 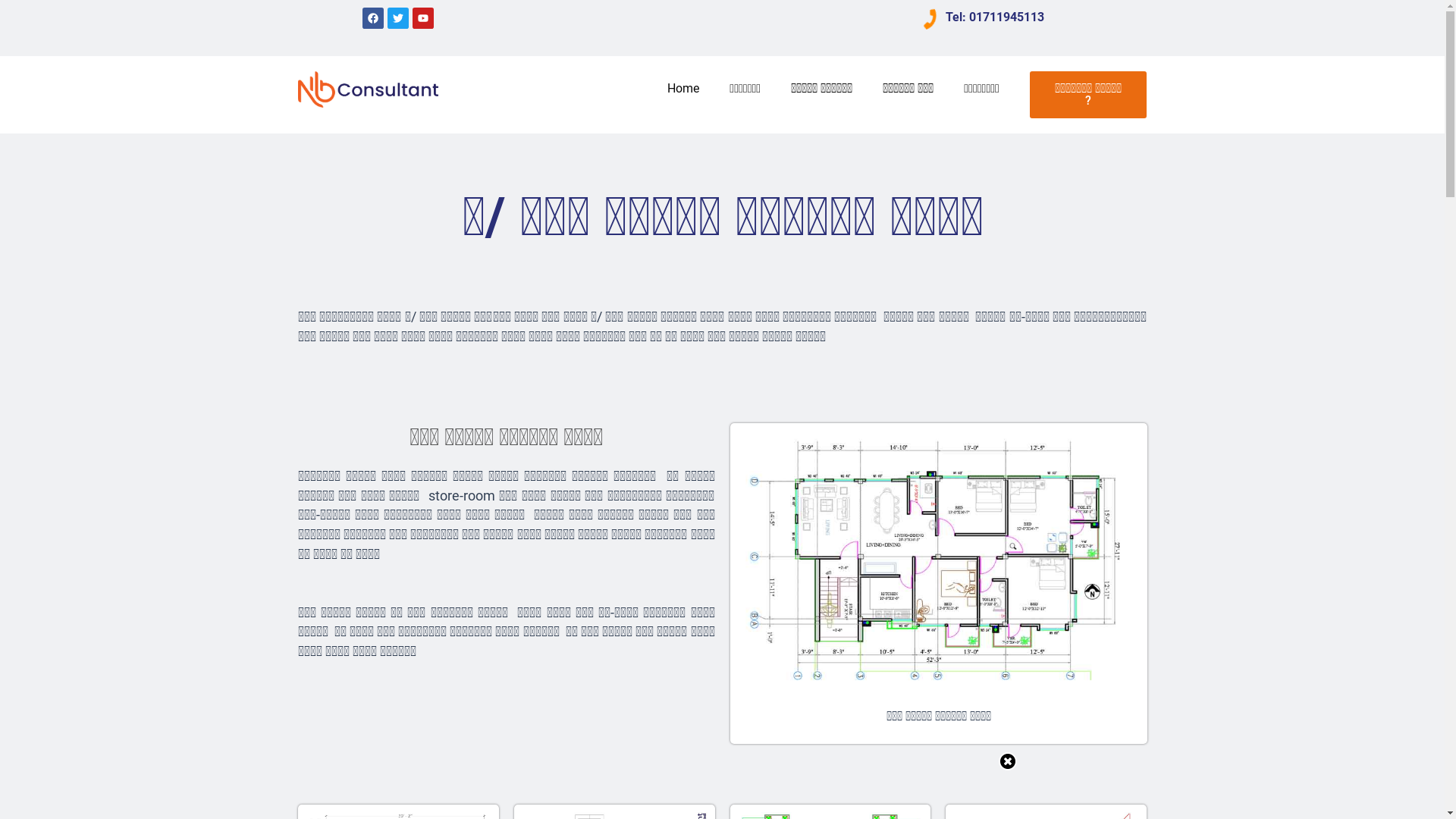 What do you see at coordinates (682, 88) in the screenshot?
I see `'Home'` at bounding box center [682, 88].